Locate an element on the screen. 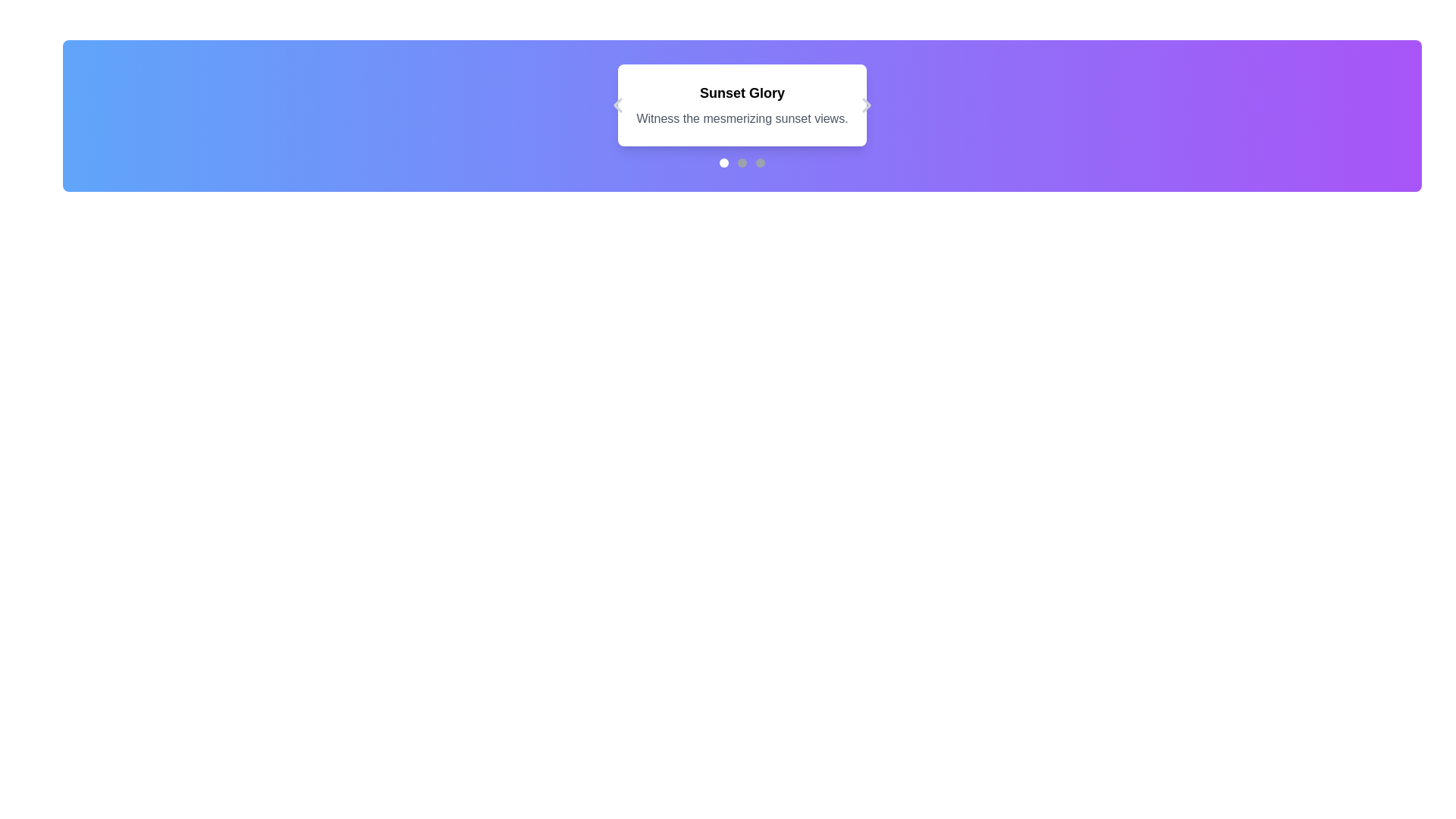  the leftward-pointing chevron arrow icon located to the left of the 'Sunset Glory' title and description text is located at coordinates (618, 104).